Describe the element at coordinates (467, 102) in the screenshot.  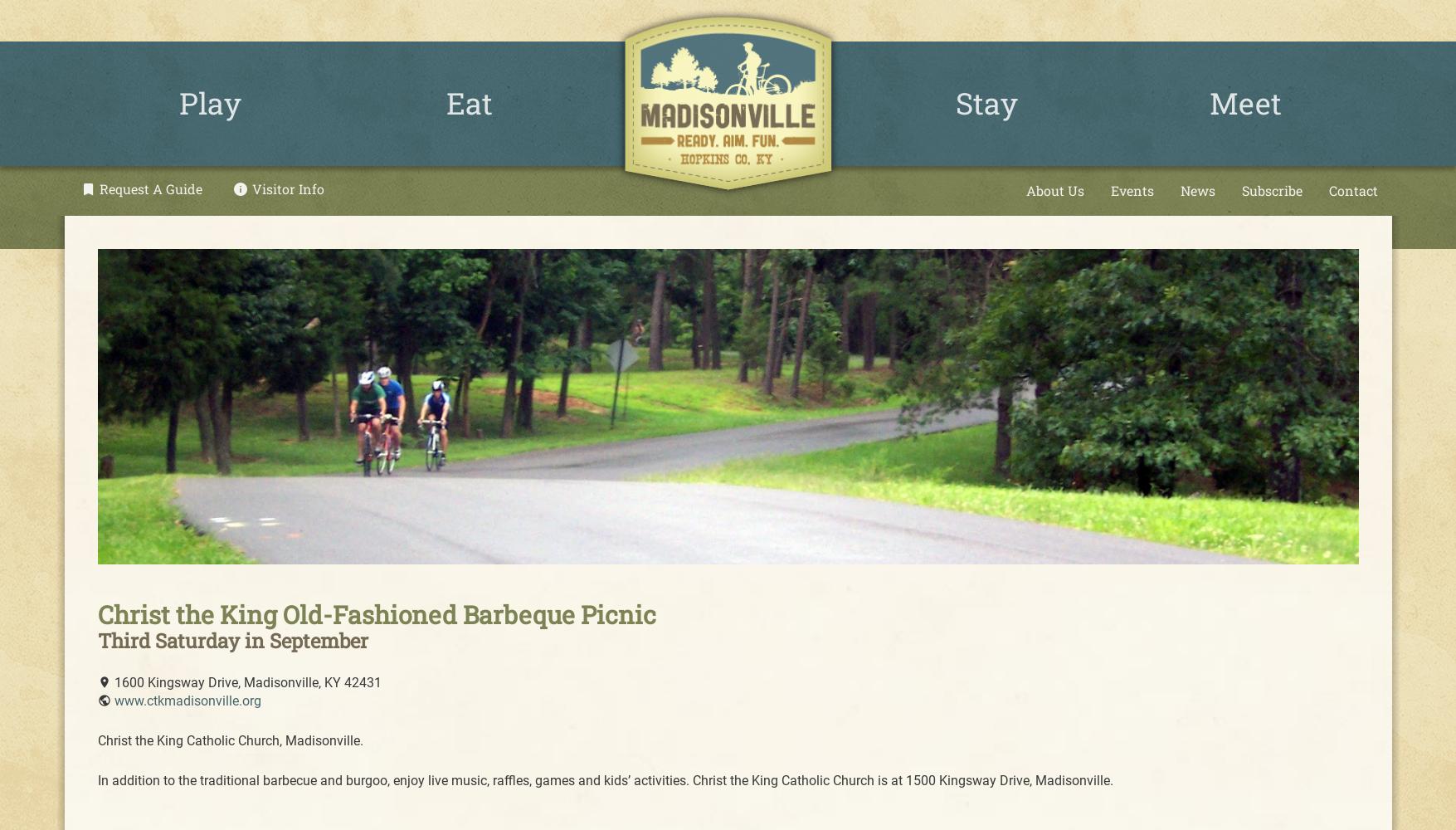
I see `'Eat'` at that location.